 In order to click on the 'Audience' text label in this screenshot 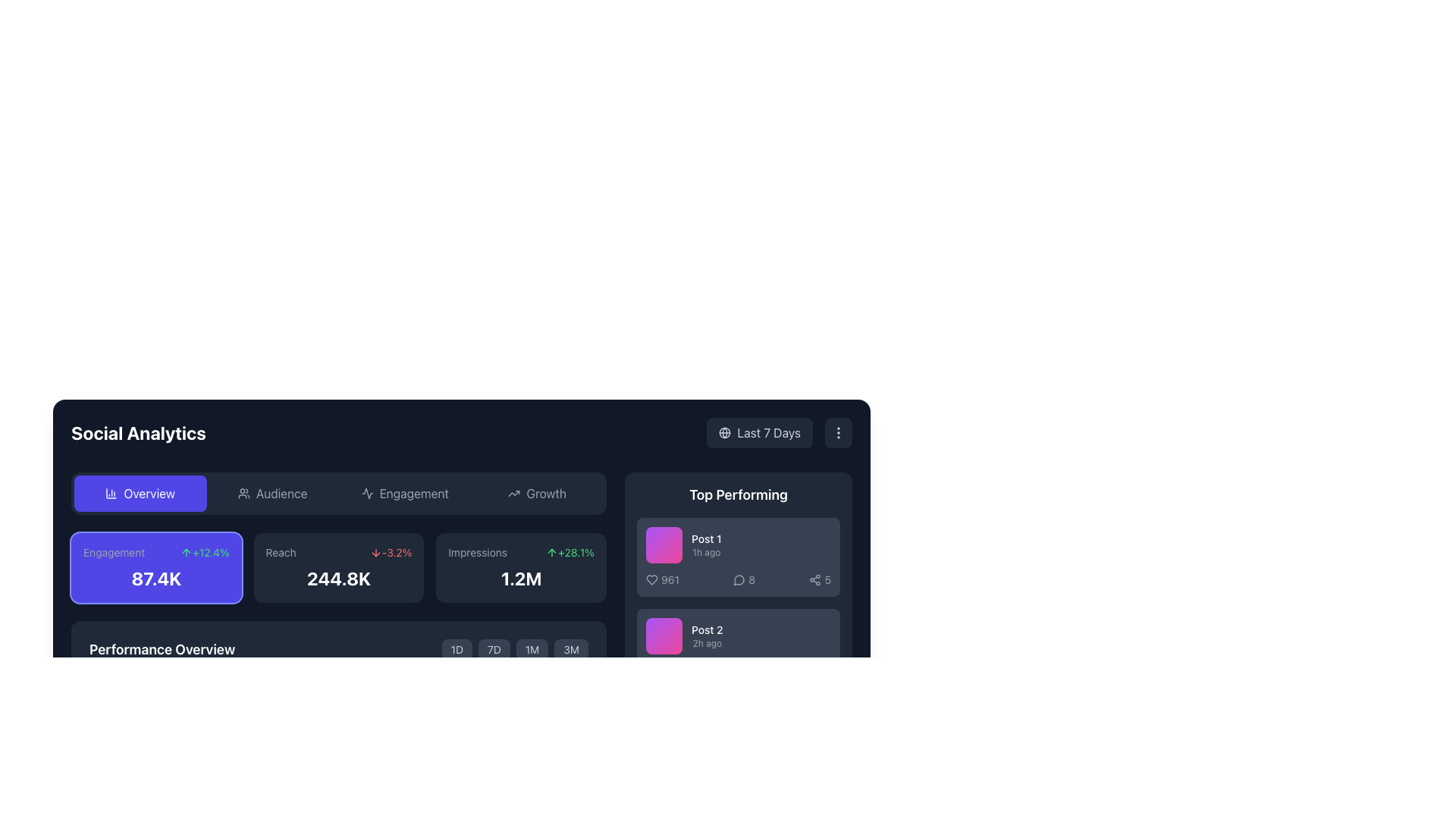, I will do `click(281, 494)`.